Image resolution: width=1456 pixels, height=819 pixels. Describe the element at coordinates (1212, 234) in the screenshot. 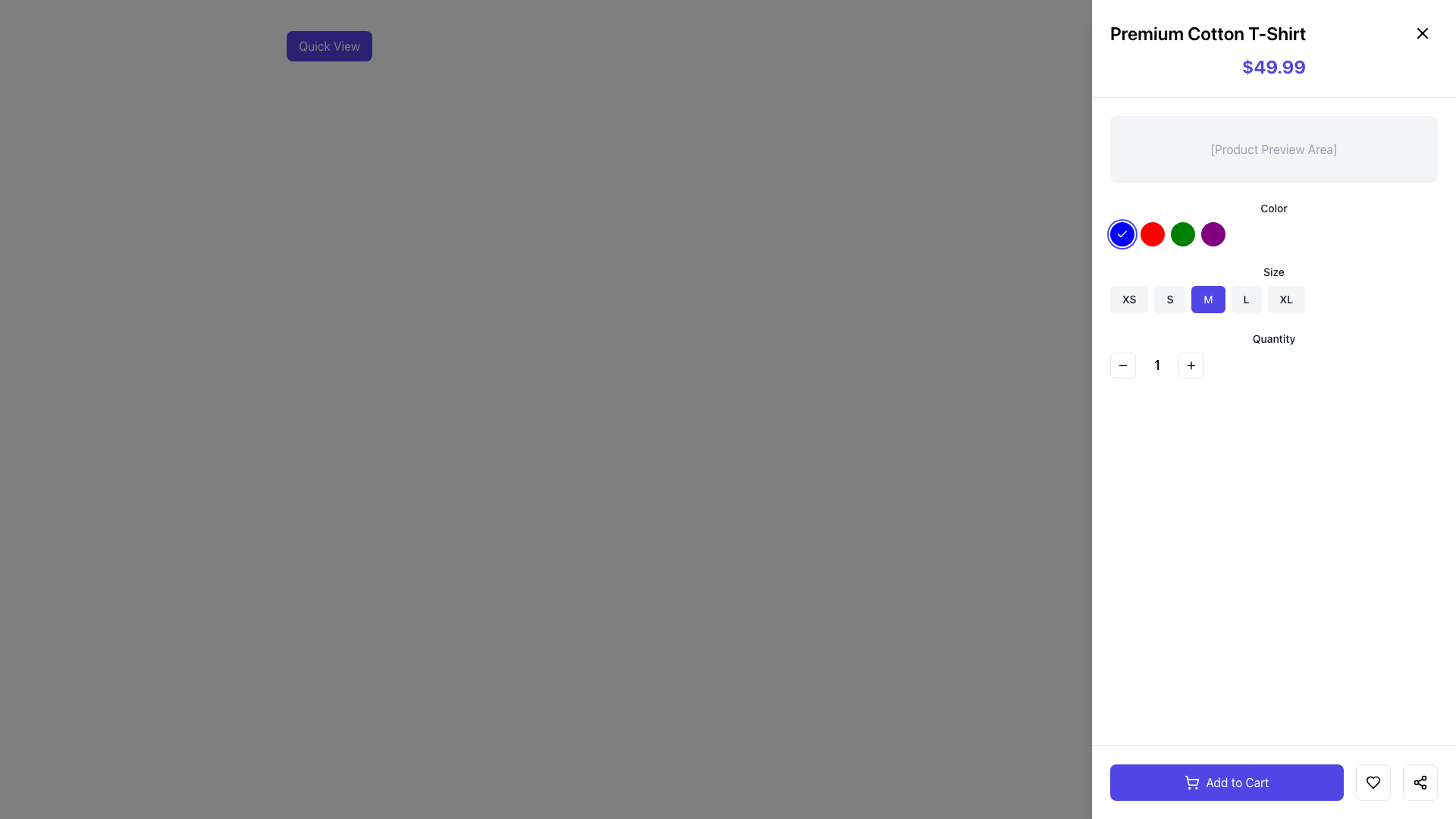

I see `the sixth circular button on the far right that selects the purple variant of the product` at that location.